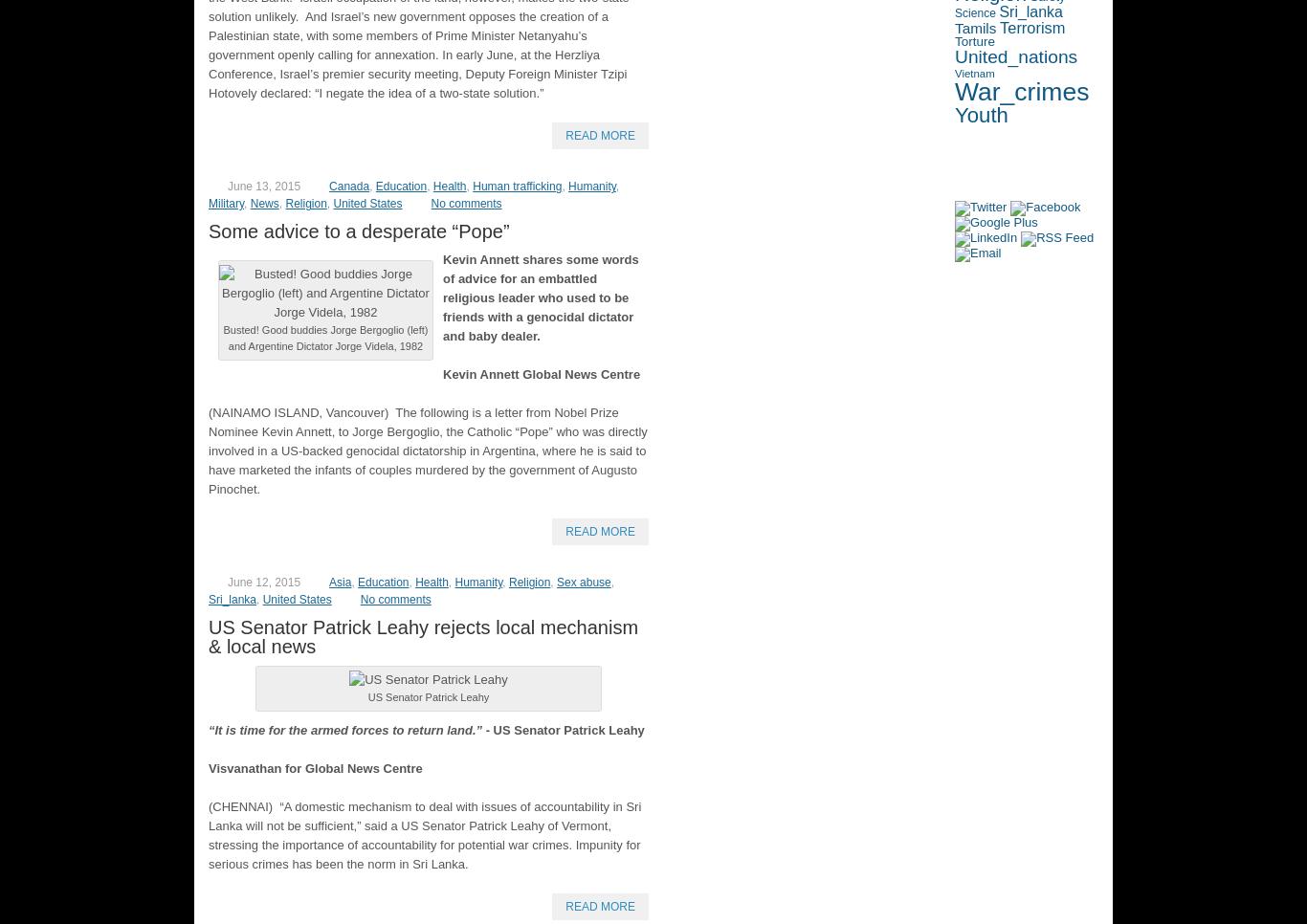 This screenshot has height=924, width=1307. I want to click on 'Tamils', so click(975, 26).